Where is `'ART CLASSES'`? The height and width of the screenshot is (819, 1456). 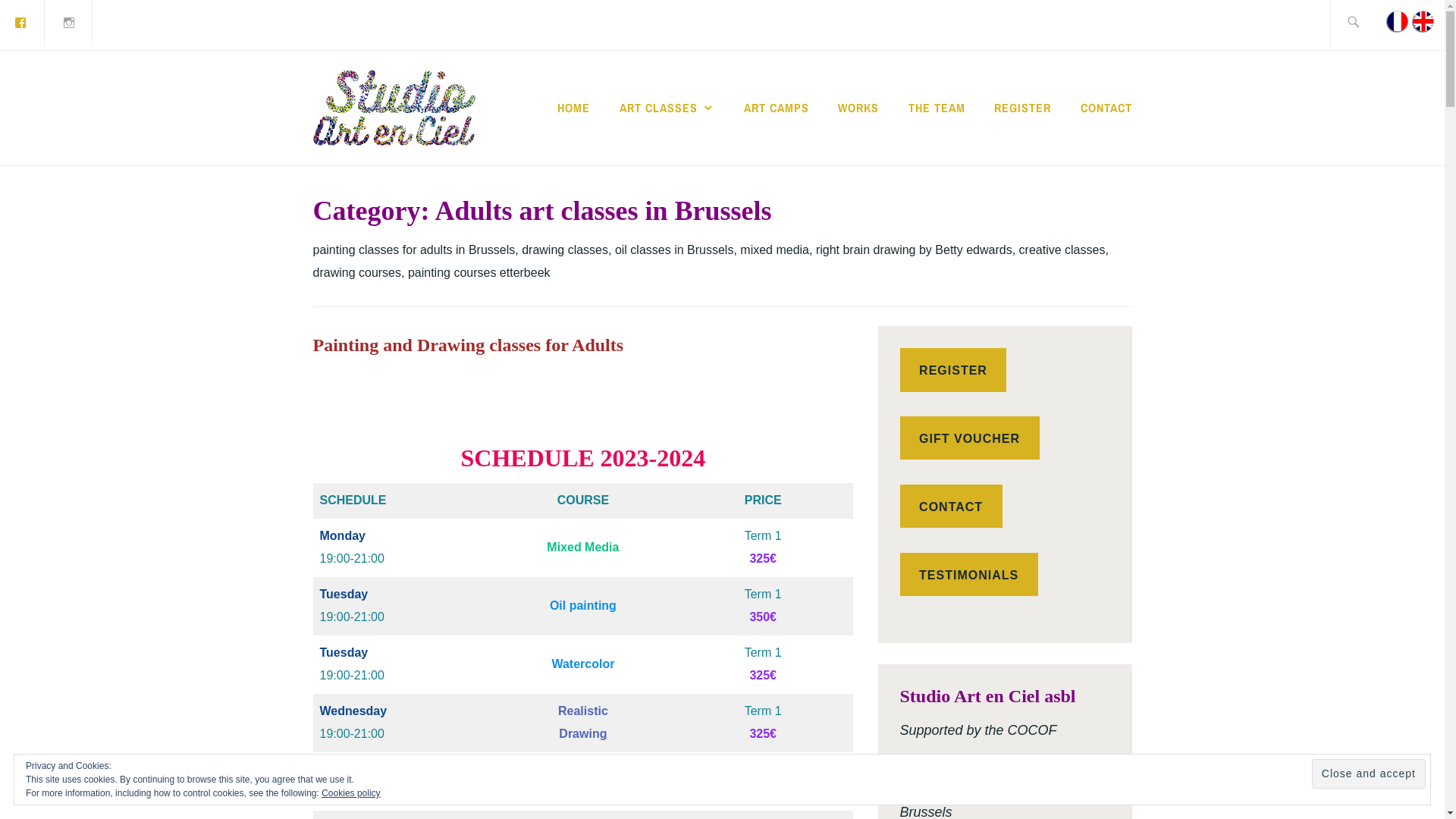 'ART CLASSES' is located at coordinates (667, 107).